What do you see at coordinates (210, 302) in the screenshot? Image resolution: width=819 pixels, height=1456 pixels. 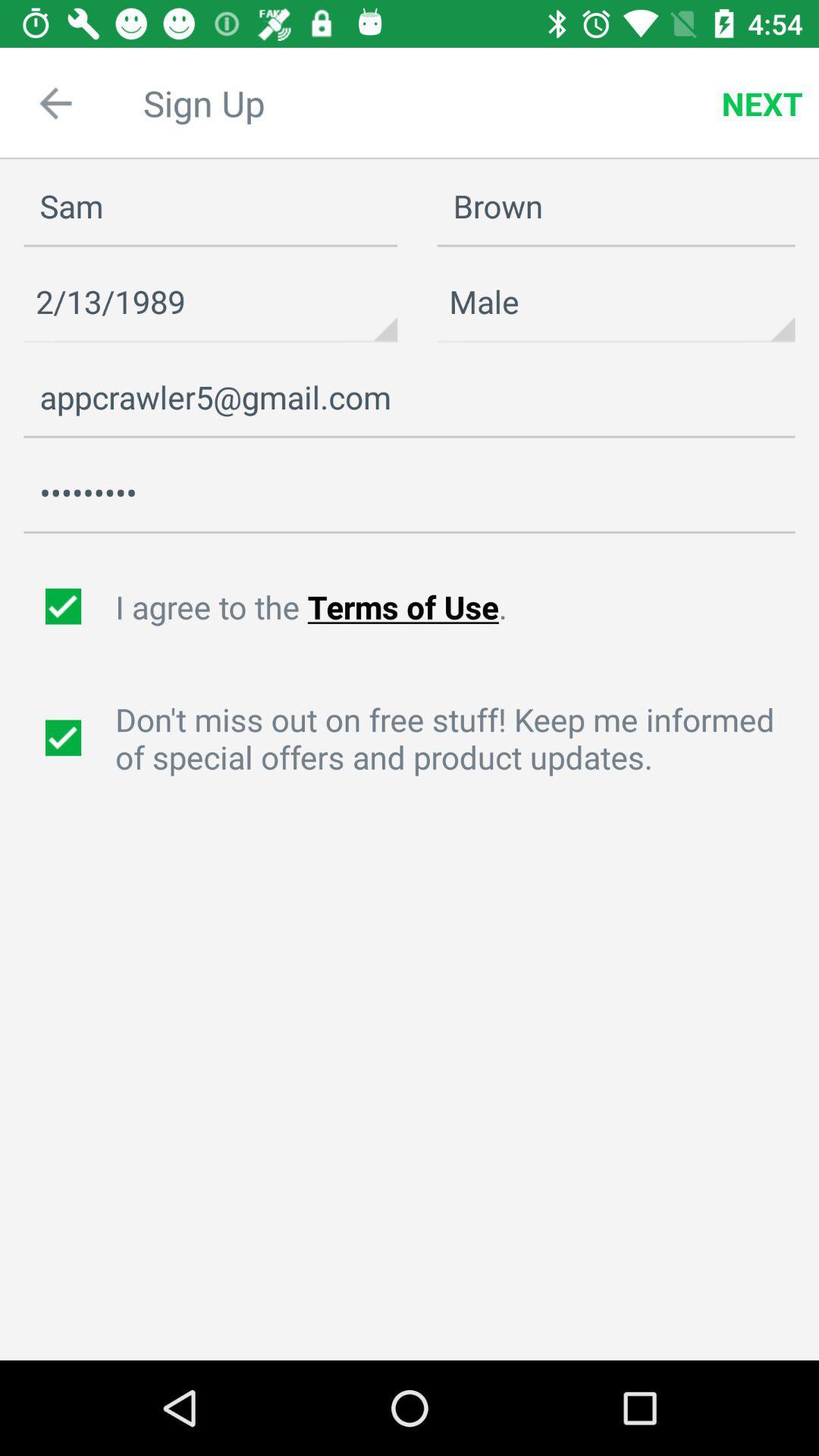 I see `the item below the sam icon` at bounding box center [210, 302].